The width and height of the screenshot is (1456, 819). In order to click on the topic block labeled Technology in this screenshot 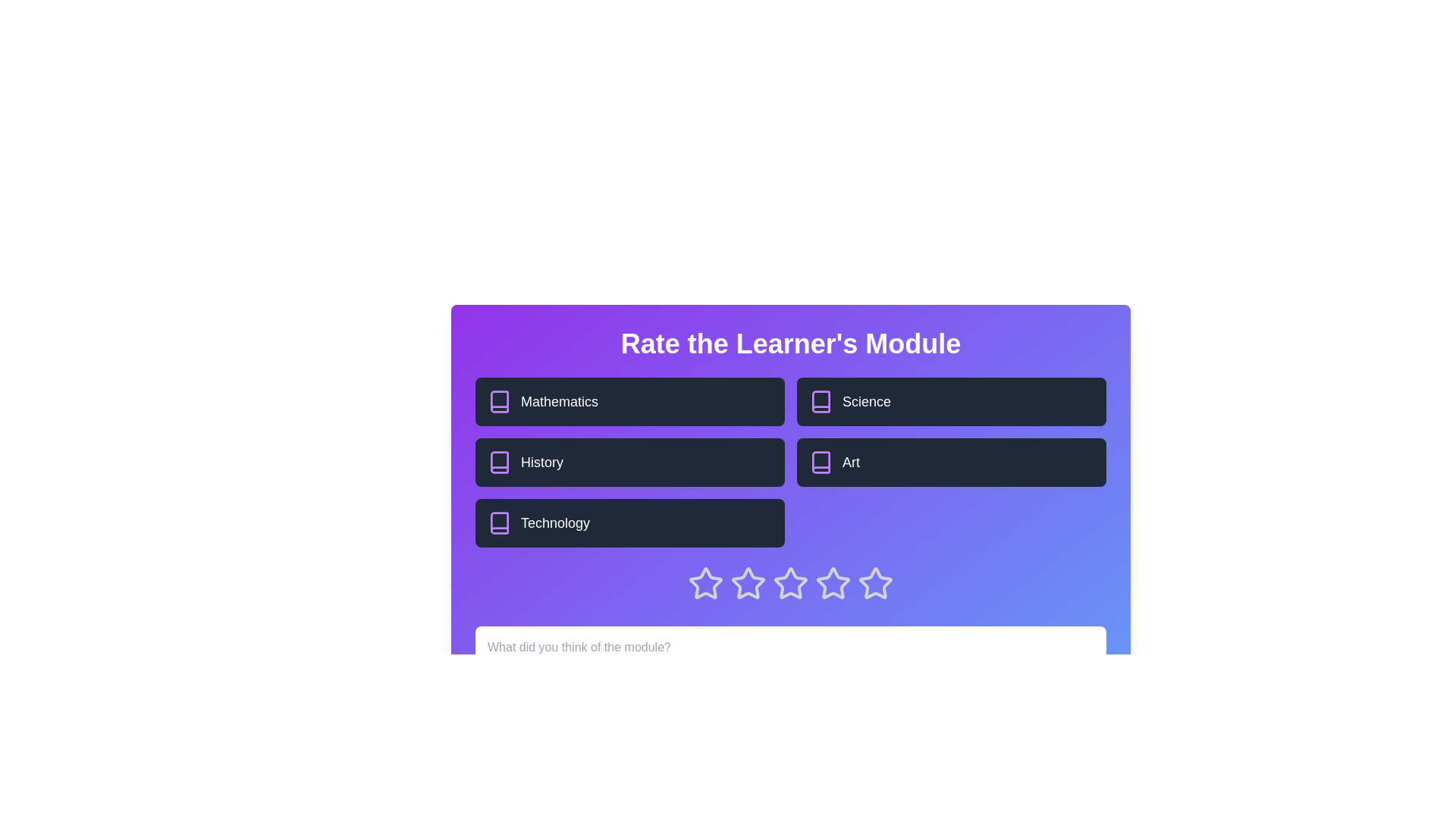, I will do `click(629, 522)`.